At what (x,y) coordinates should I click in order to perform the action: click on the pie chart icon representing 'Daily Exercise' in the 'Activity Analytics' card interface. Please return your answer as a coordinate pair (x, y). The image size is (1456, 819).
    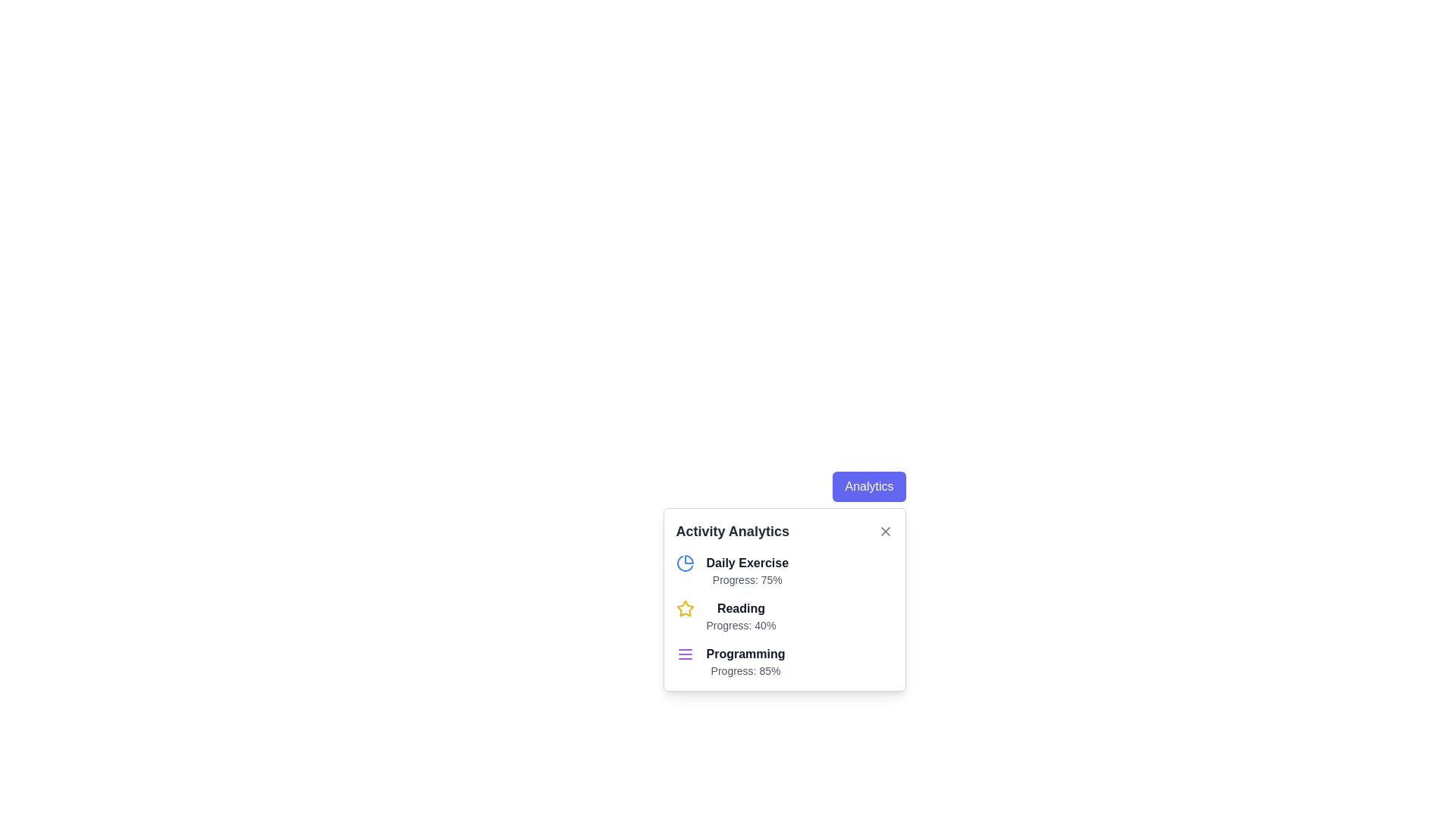
    Looking at the image, I should click on (684, 563).